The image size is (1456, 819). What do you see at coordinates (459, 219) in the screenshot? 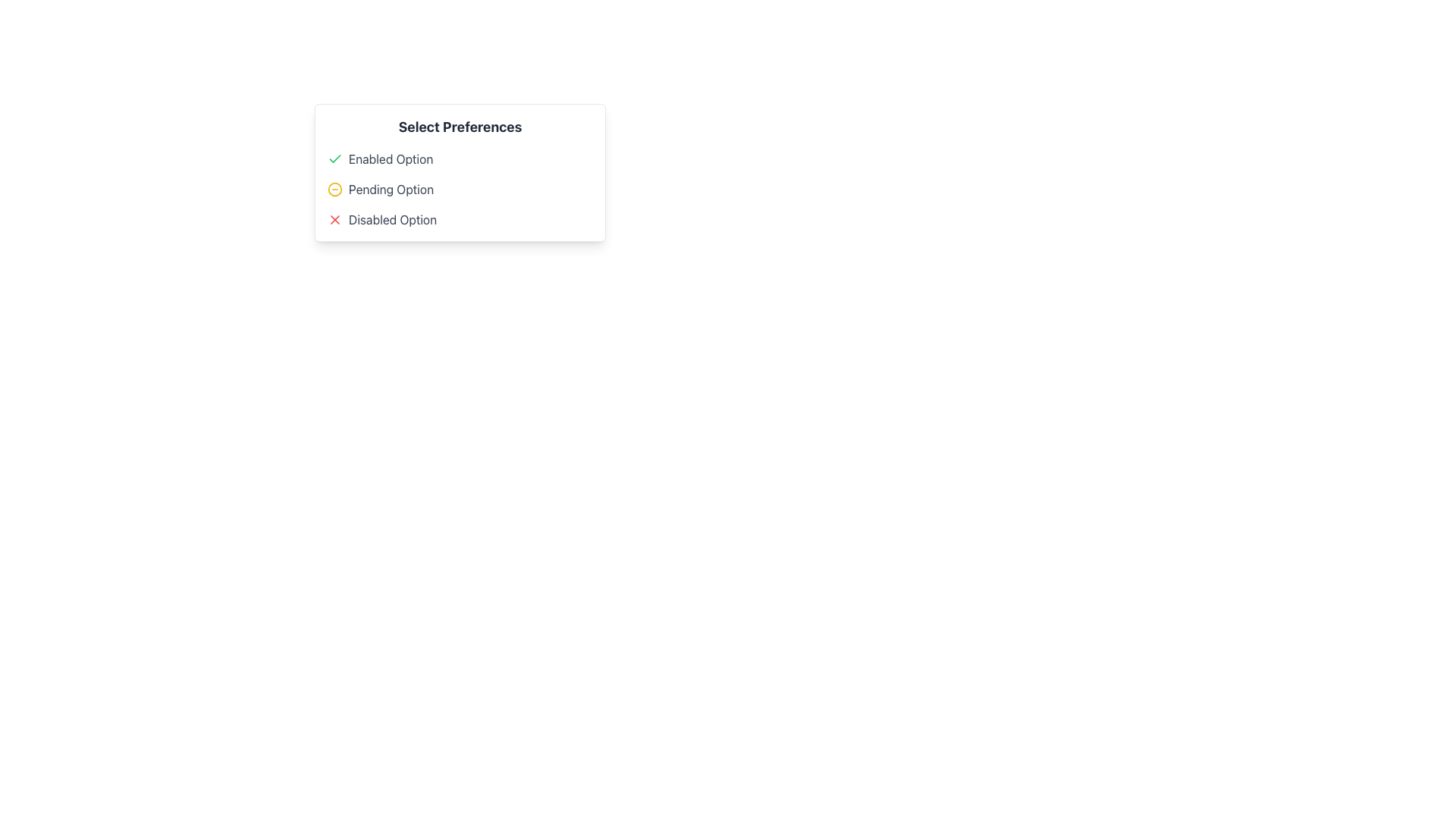
I see `the 'Disabled Option' label with a red 'X' icon, which is the last item in the list of options within the 'Select Preferences' box` at bounding box center [459, 219].